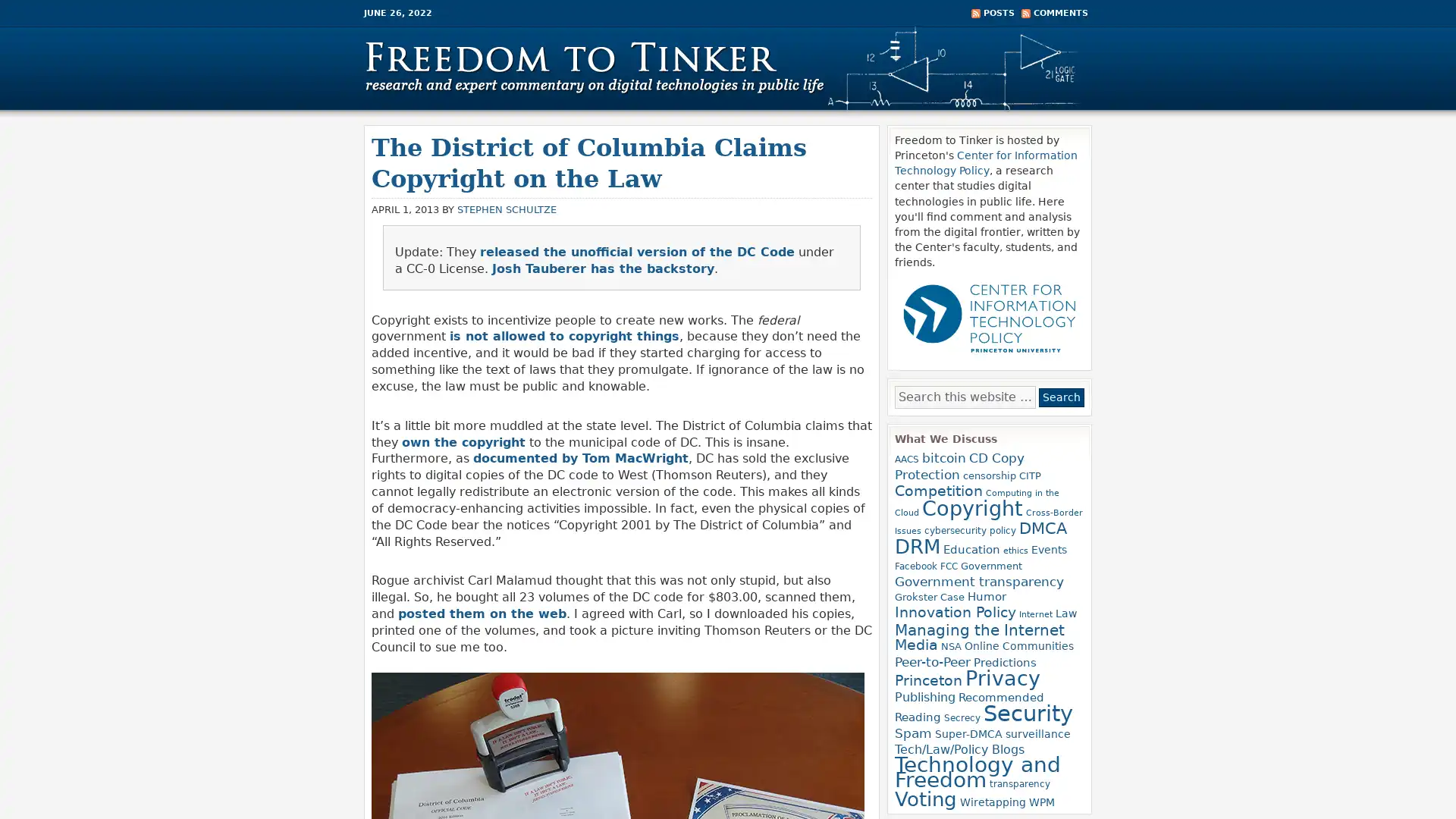 The height and width of the screenshot is (819, 1456). I want to click on Search, so click(1061, 397).